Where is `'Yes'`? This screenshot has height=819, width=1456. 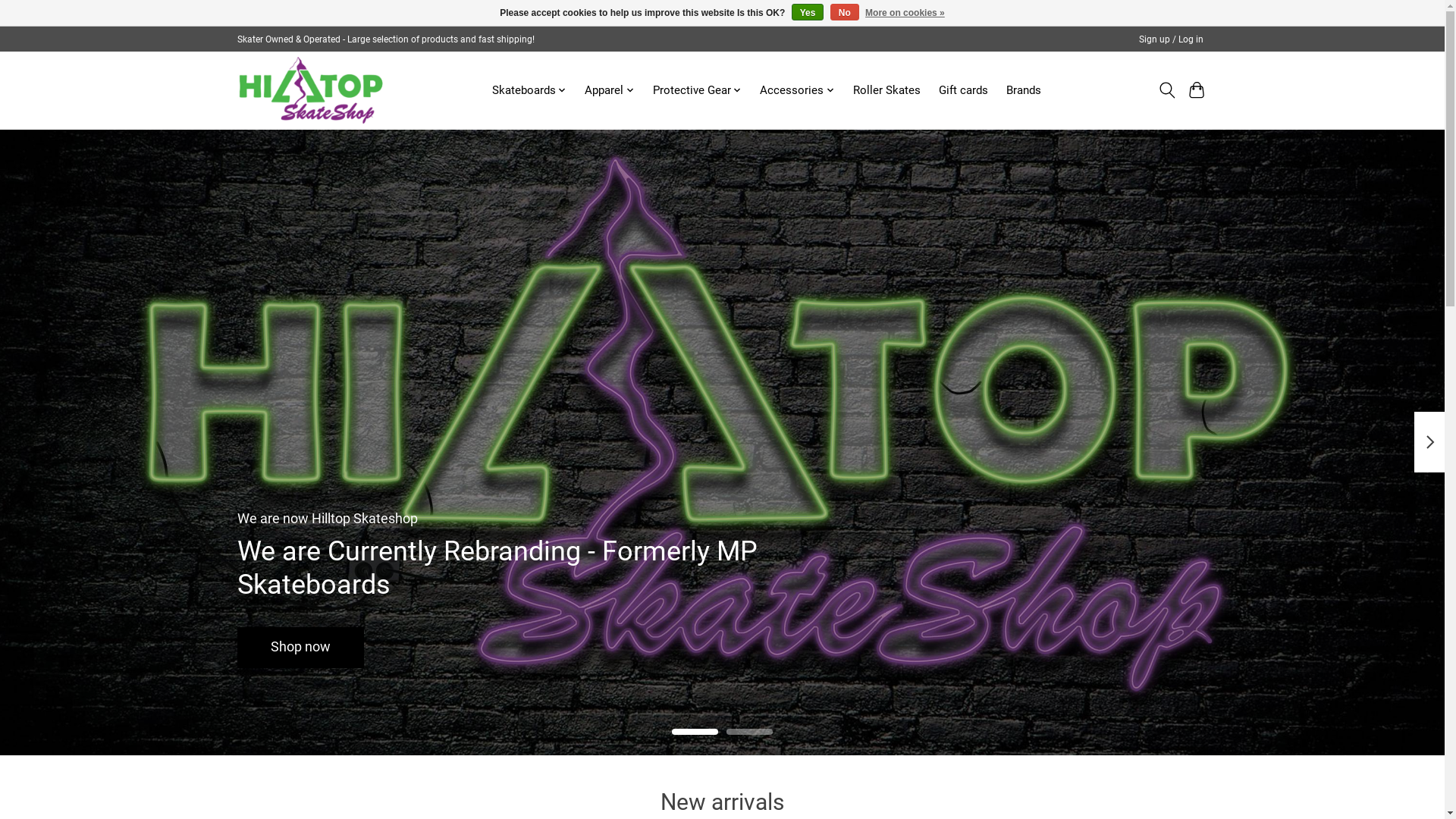 'Yes' is located at coordinates (807, 11).